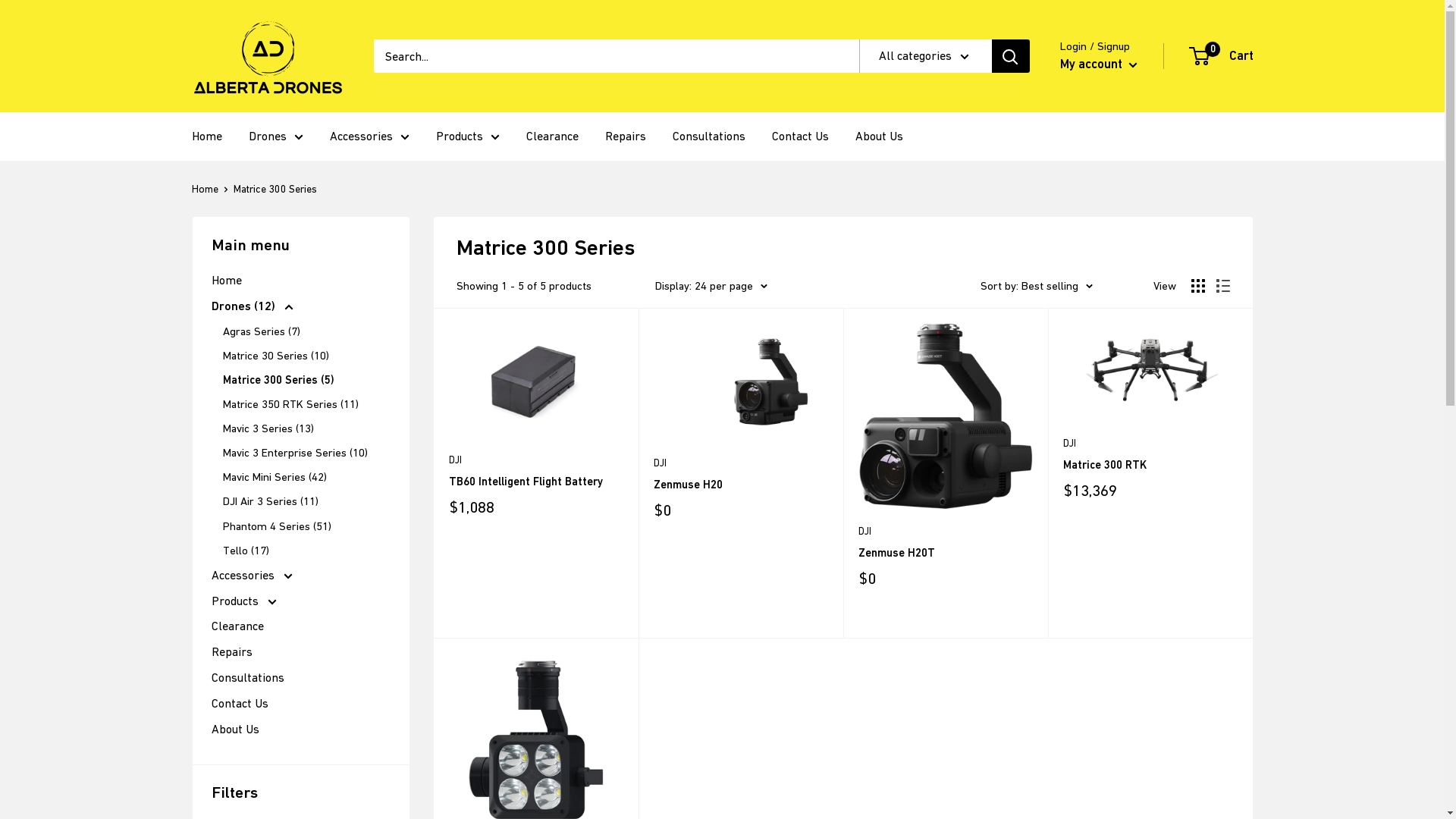  What do you see at coordinates (306, 475) in the screenshot?
I see `'Mavic Mini Series (42)'` at bounding box center [306, 475].